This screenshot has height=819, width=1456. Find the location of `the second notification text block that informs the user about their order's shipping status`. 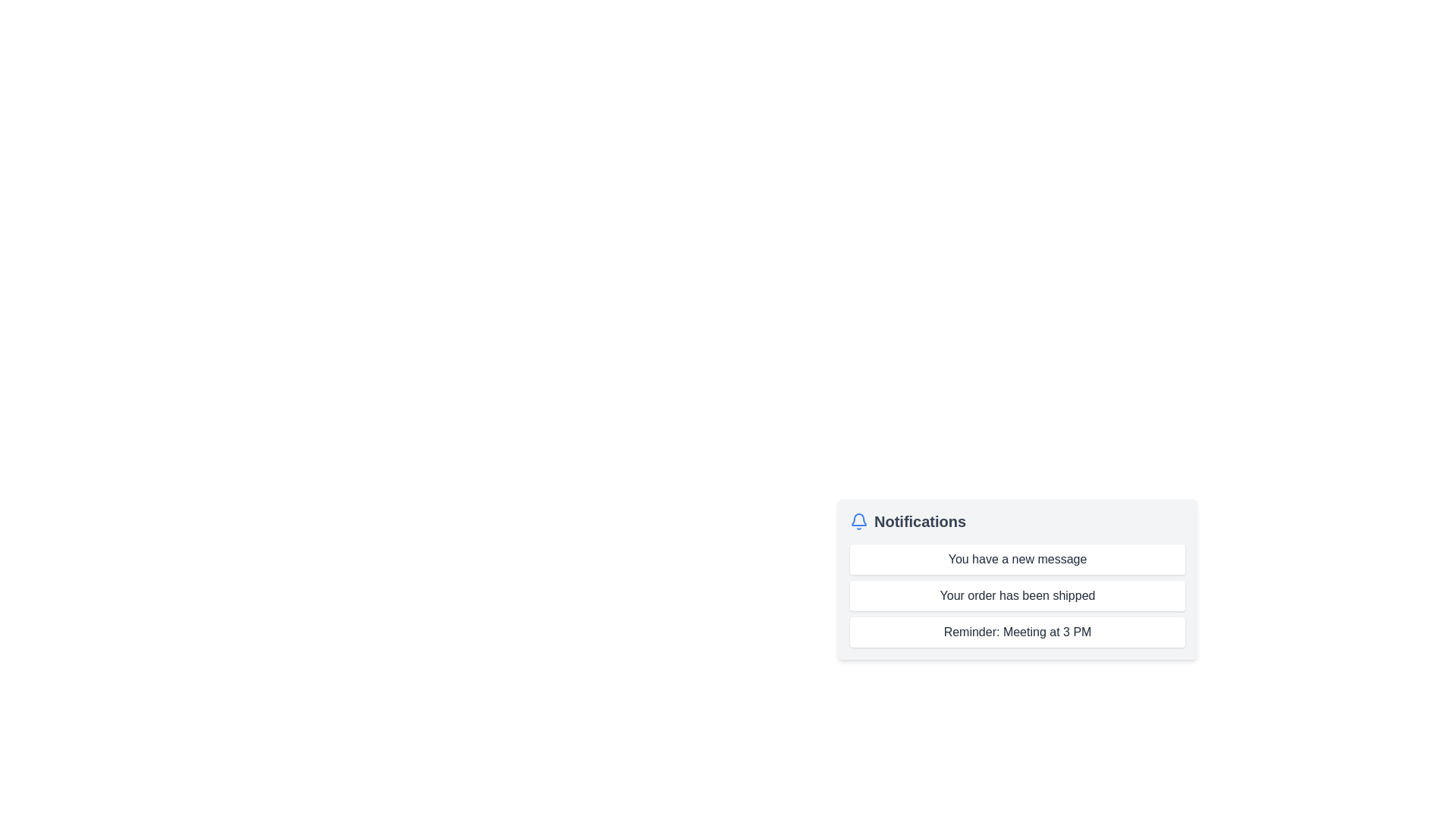

the second notification text block that informs the user about their order's shipping status is located at coordinates (1018, 595).